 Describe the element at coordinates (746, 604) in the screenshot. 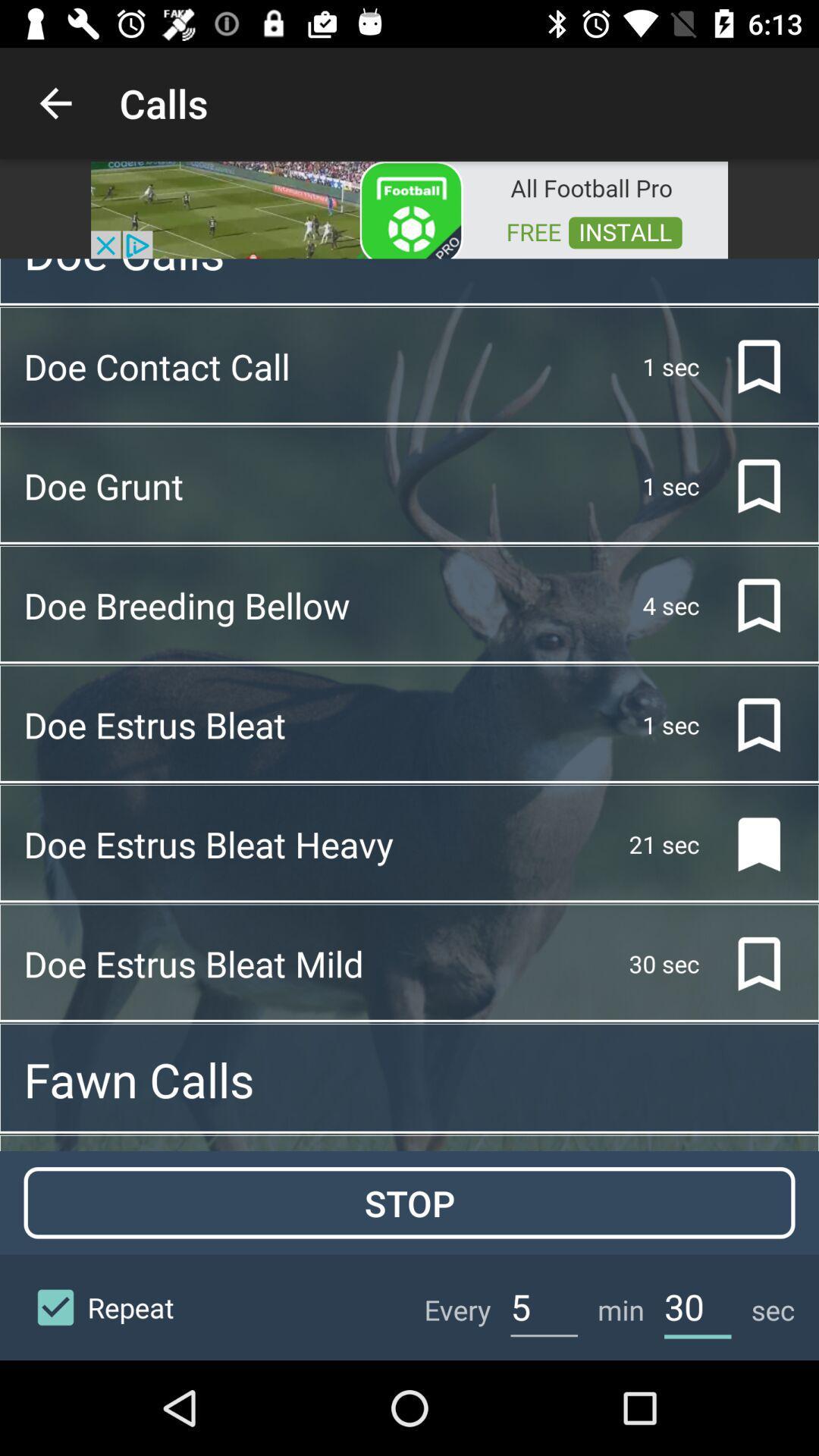

I see `the bookmark icon` at that location.